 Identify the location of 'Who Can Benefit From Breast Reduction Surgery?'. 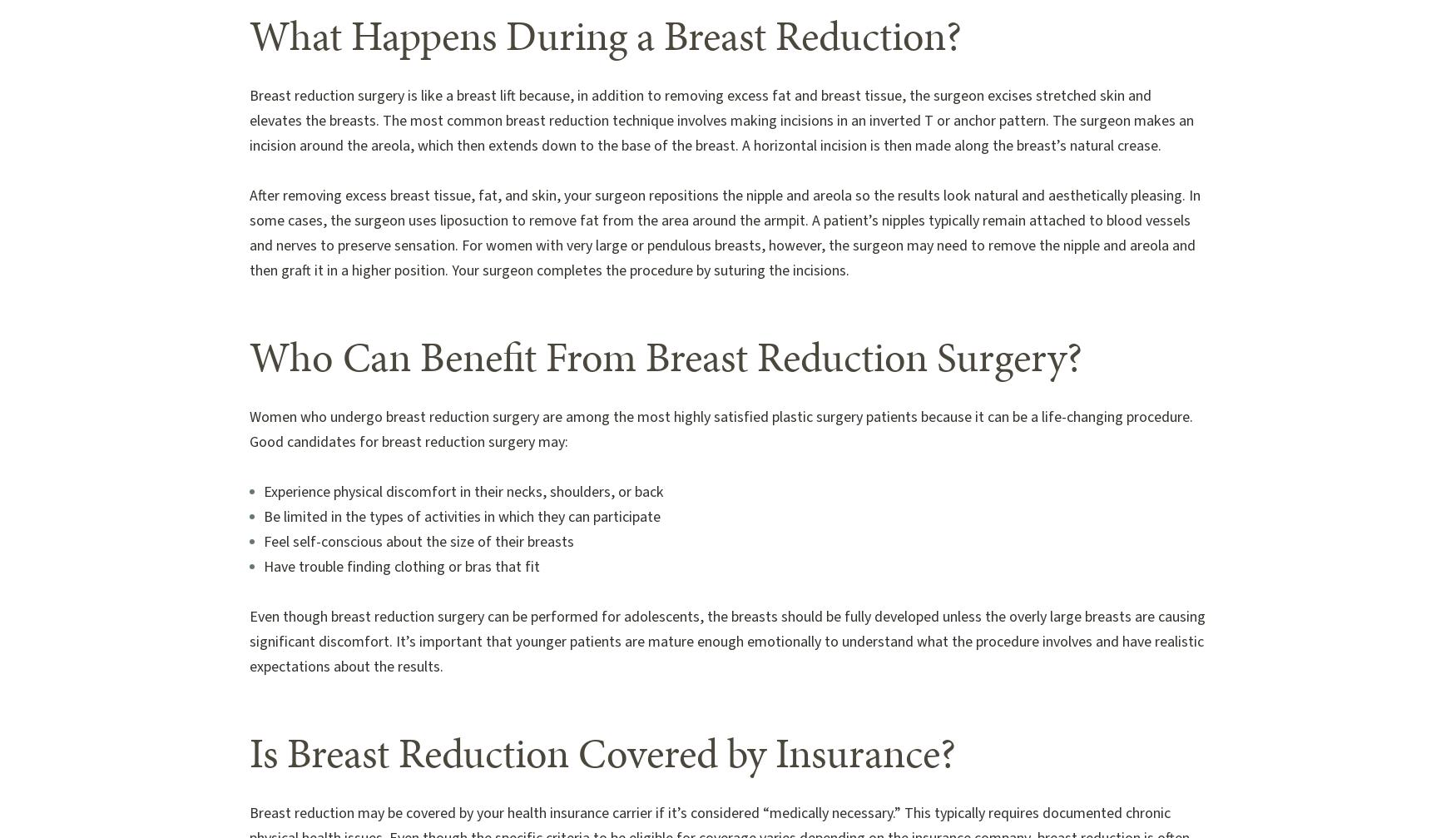
(665, 356).